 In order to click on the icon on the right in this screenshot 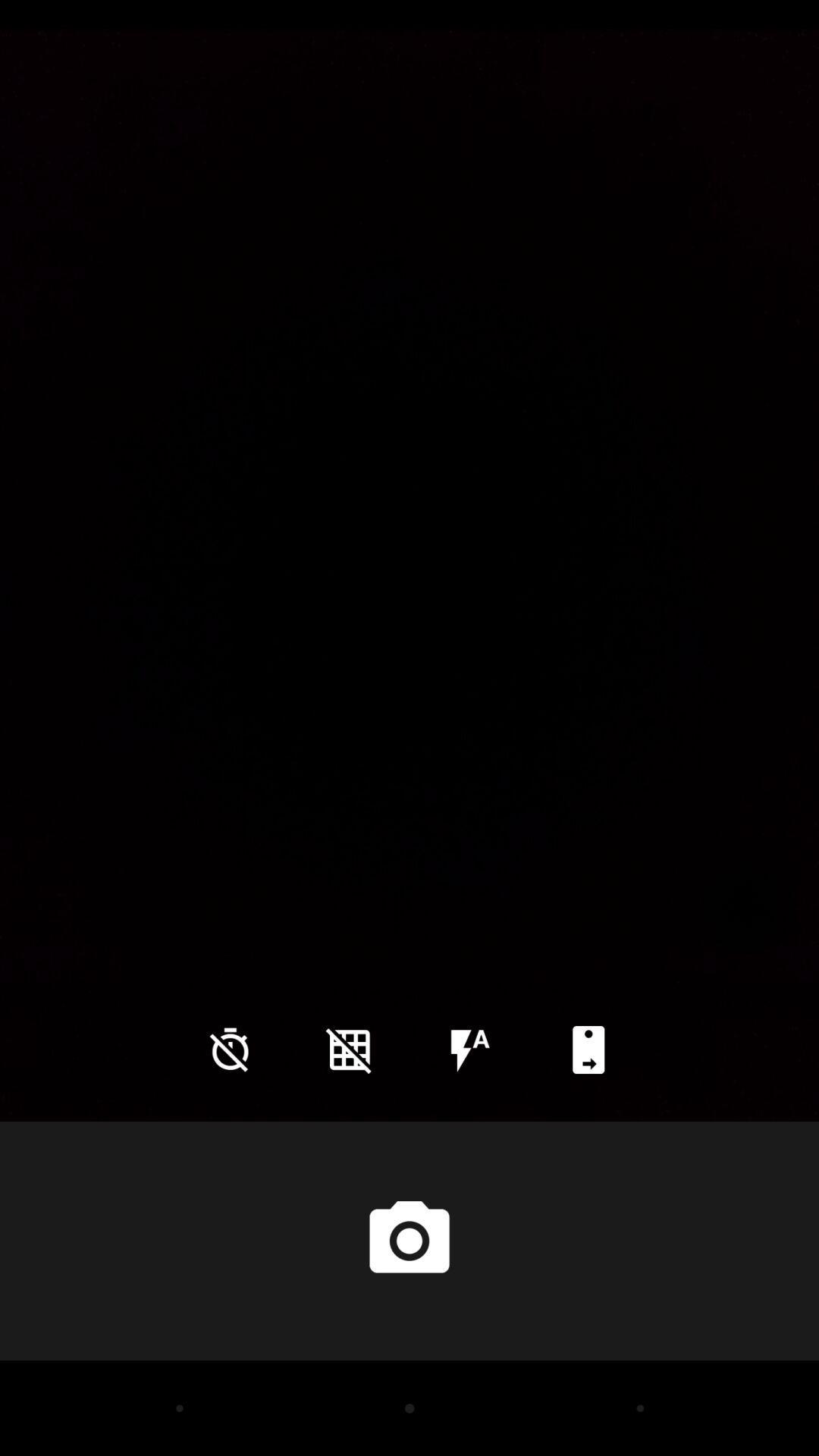, I will do `click(746, 906)`.